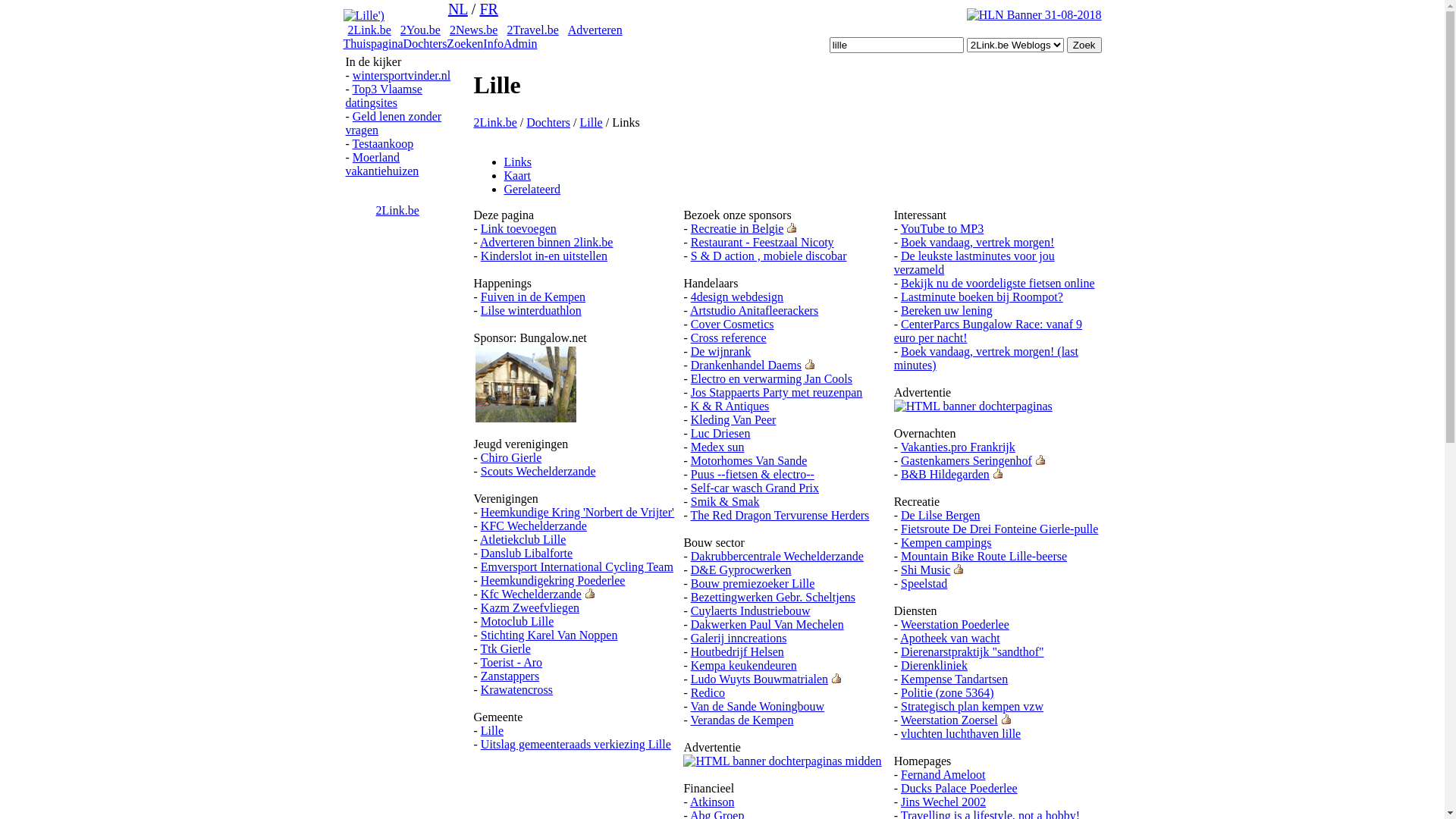 The width and height of the screenshot is (1456, 819). What do you see at coordinates (690, 460) in the screenshot?
I see `'Motorhomes Van Sande'` at bounding box center [690, 460].